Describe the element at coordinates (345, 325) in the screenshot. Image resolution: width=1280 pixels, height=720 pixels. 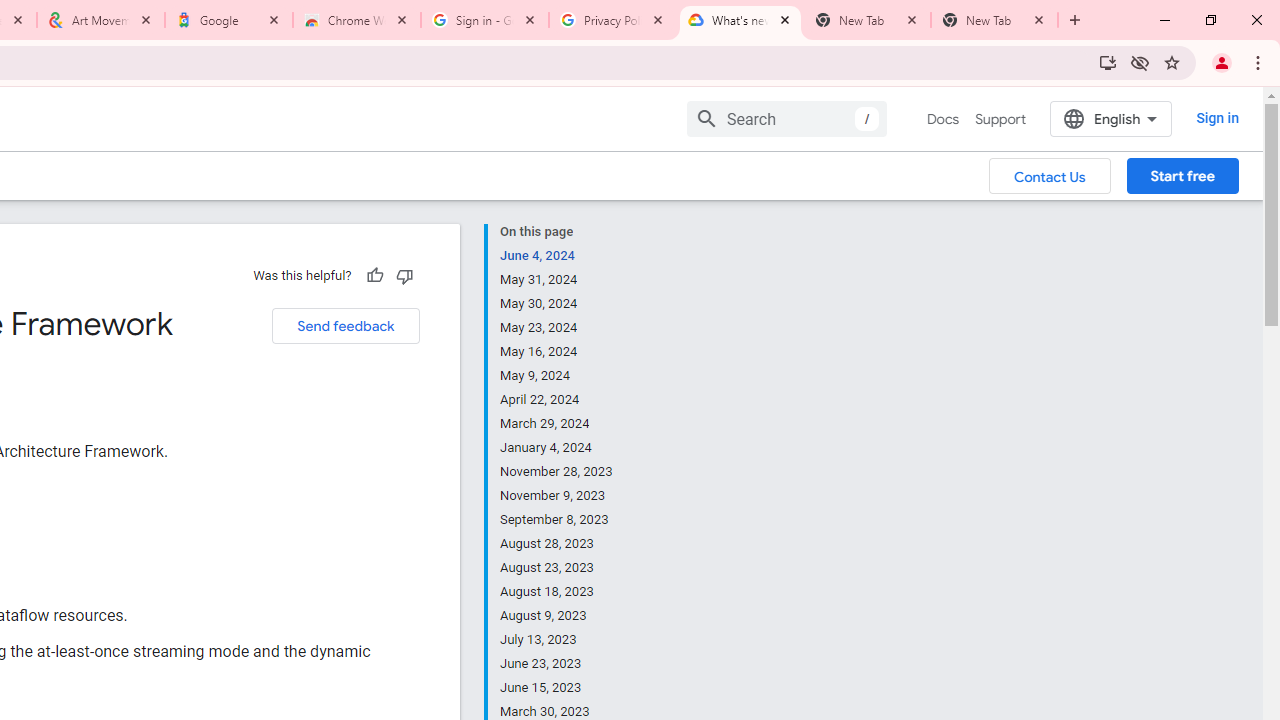
I see `'Send feedback'` at that location.